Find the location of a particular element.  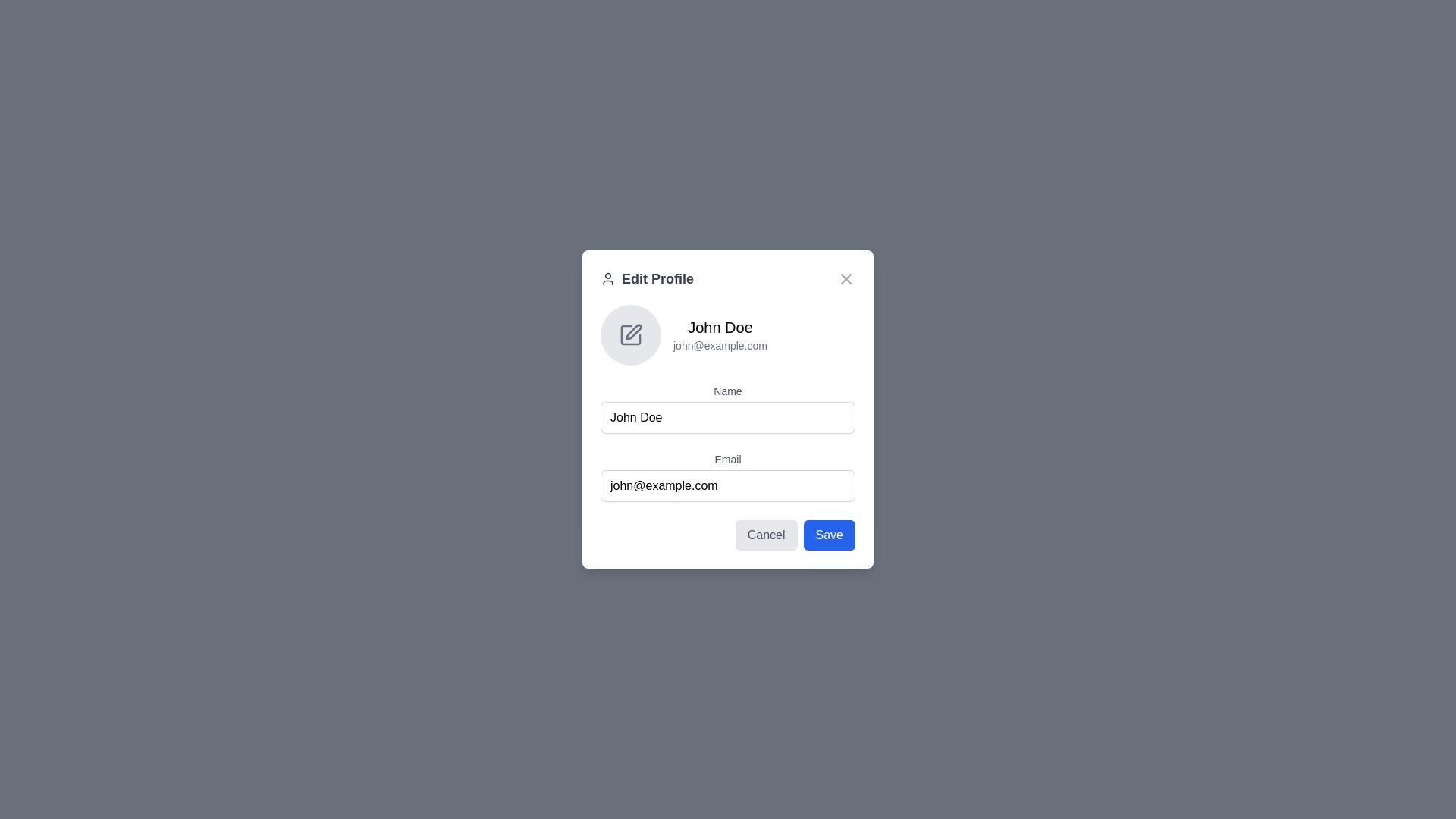

the editing icon located within the circular element above the text 'John Doe' to initiate the editing function is located at coordinates (630, 334).